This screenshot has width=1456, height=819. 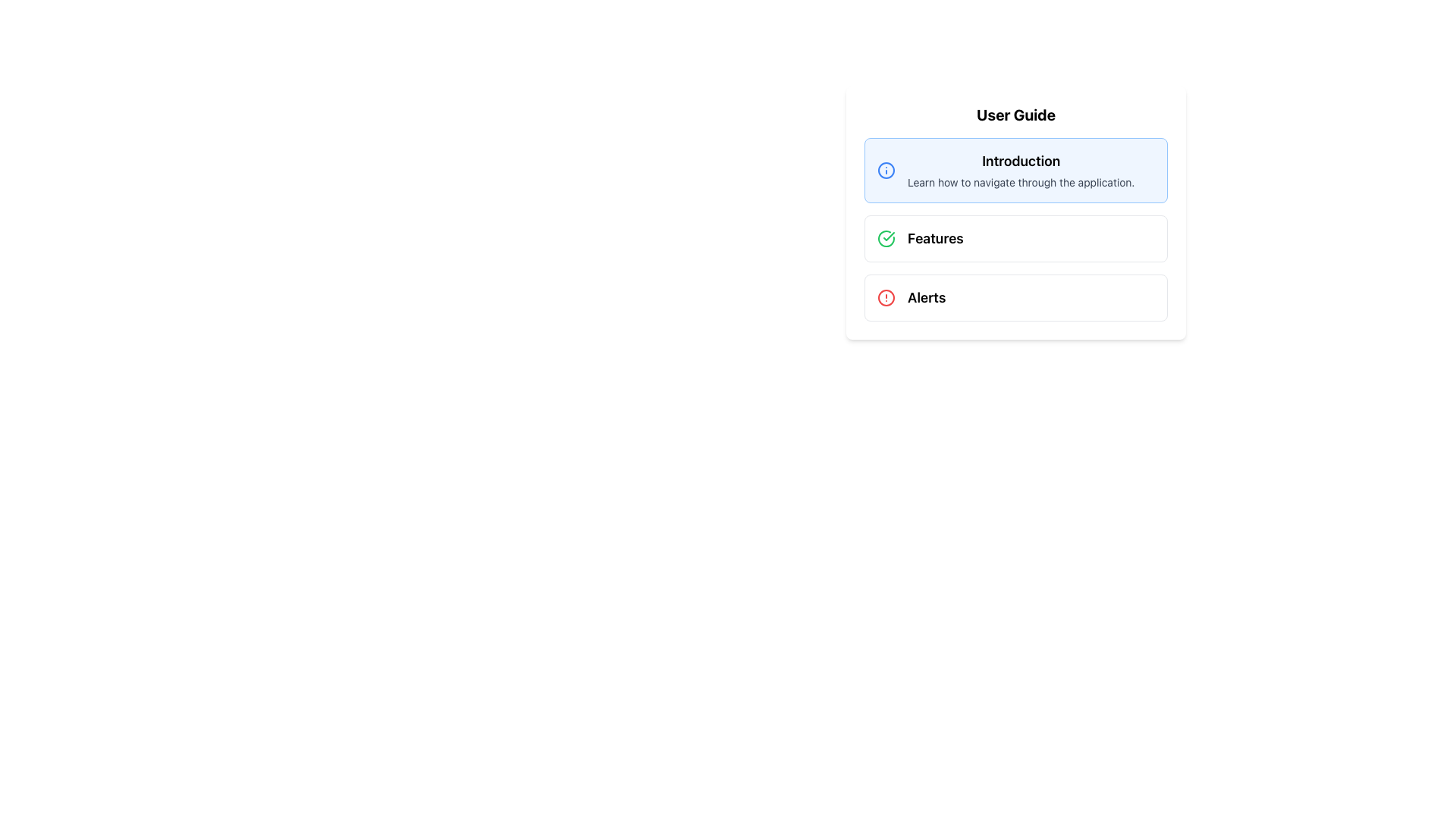 I want to click on the text label 'Introduction', which is a large, bold heading positioned at the top of the section under 'User Guide', so click(x=1021, y=161).